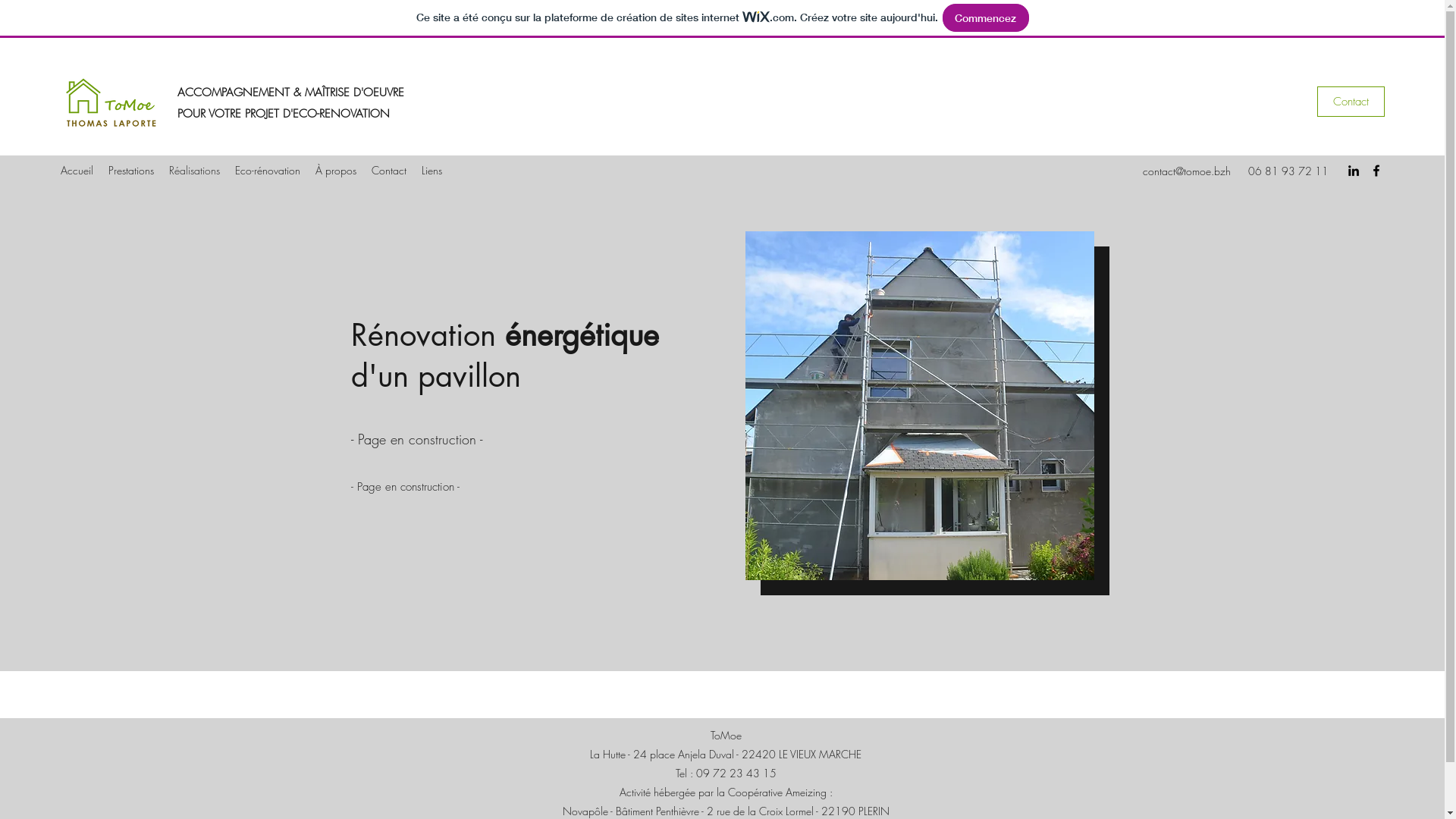 The width and height of the screenshot is (1456, 819). What do you see at coordinates (1351, 102) in the screenshot?
I see `'Contact'` at bounding box center [1351, 102].